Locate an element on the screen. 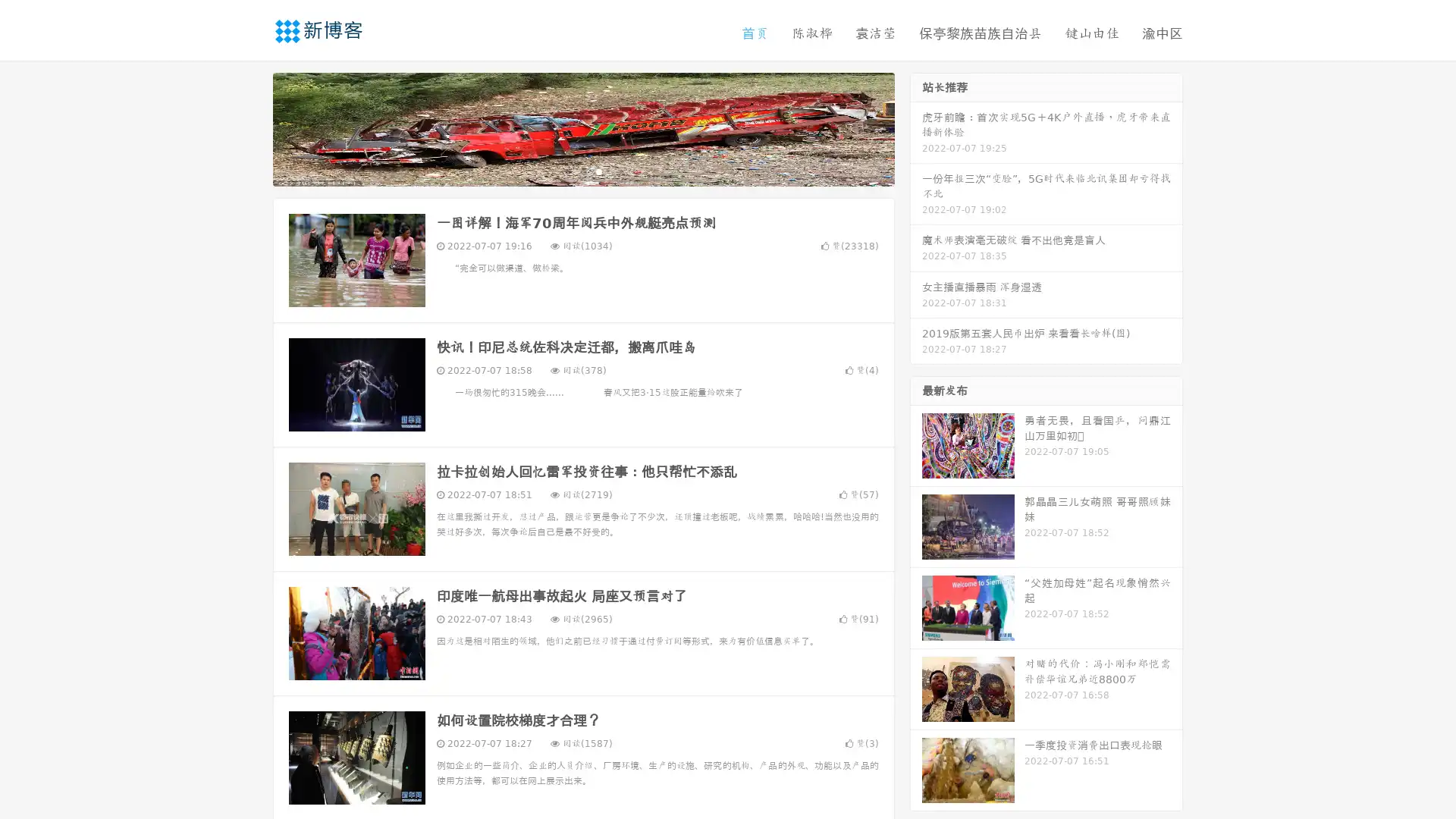 The image size is (1456, 819). Previous slide is located at coordinates (250, 127).